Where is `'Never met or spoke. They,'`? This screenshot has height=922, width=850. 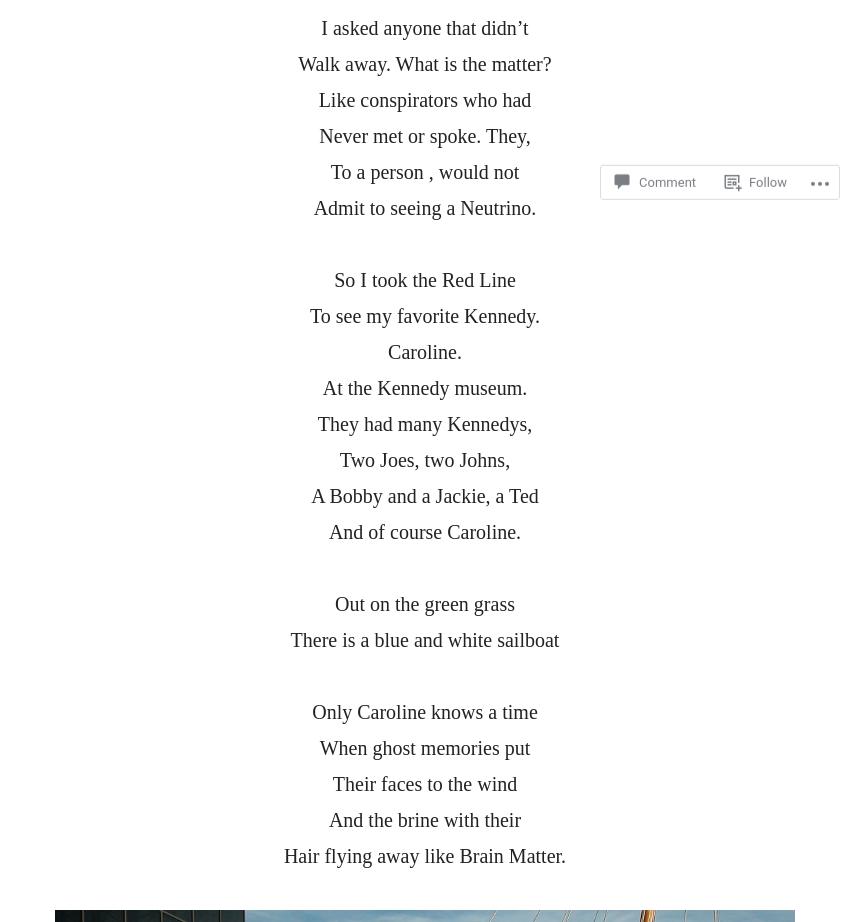
'Never met or spoke. They,' is located at coordinates (424, 135).